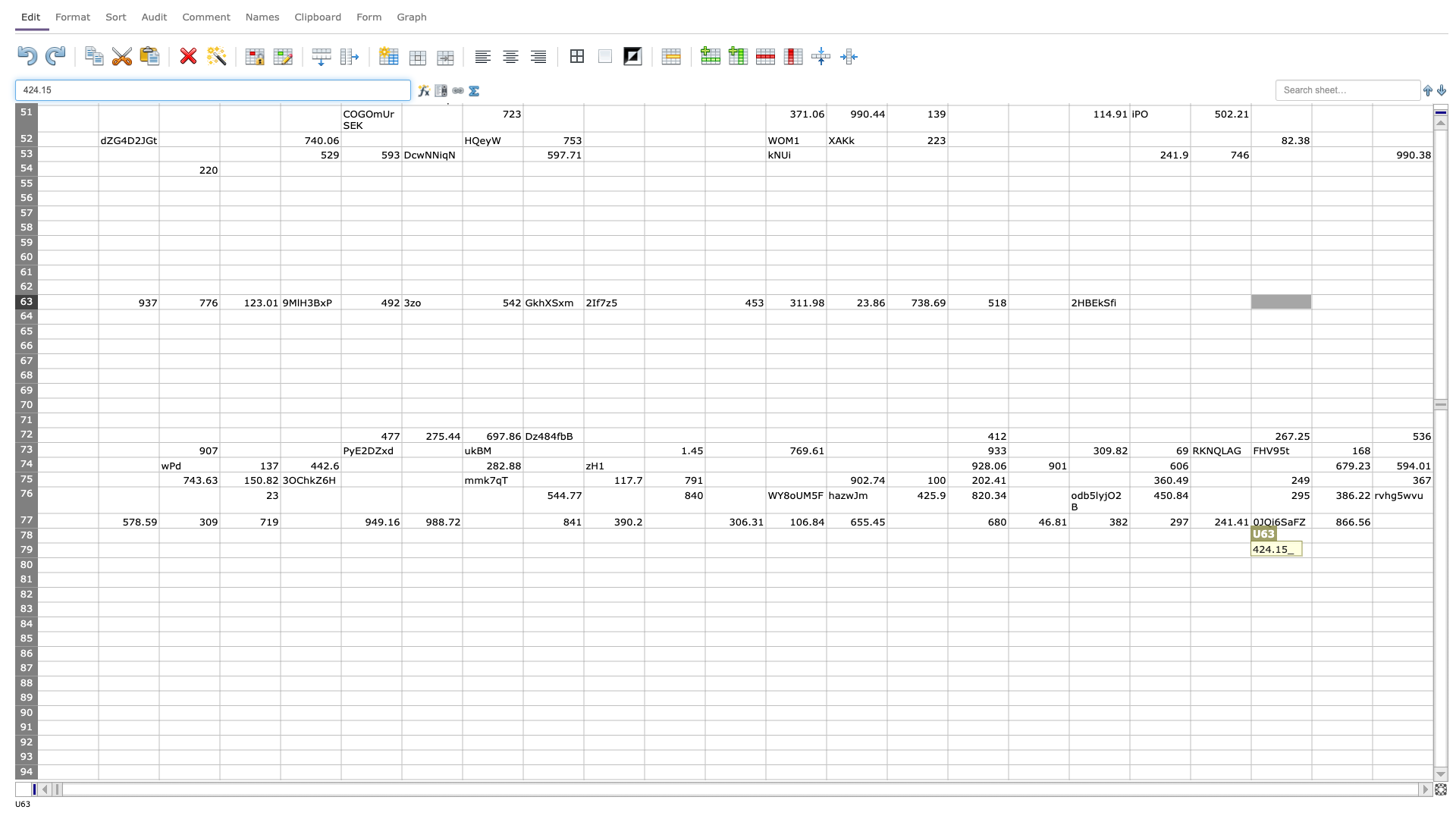 The height and width of the screenshot is (819, 1456). I want to click on Northwest corner of cell W79, so click(1372, 542).